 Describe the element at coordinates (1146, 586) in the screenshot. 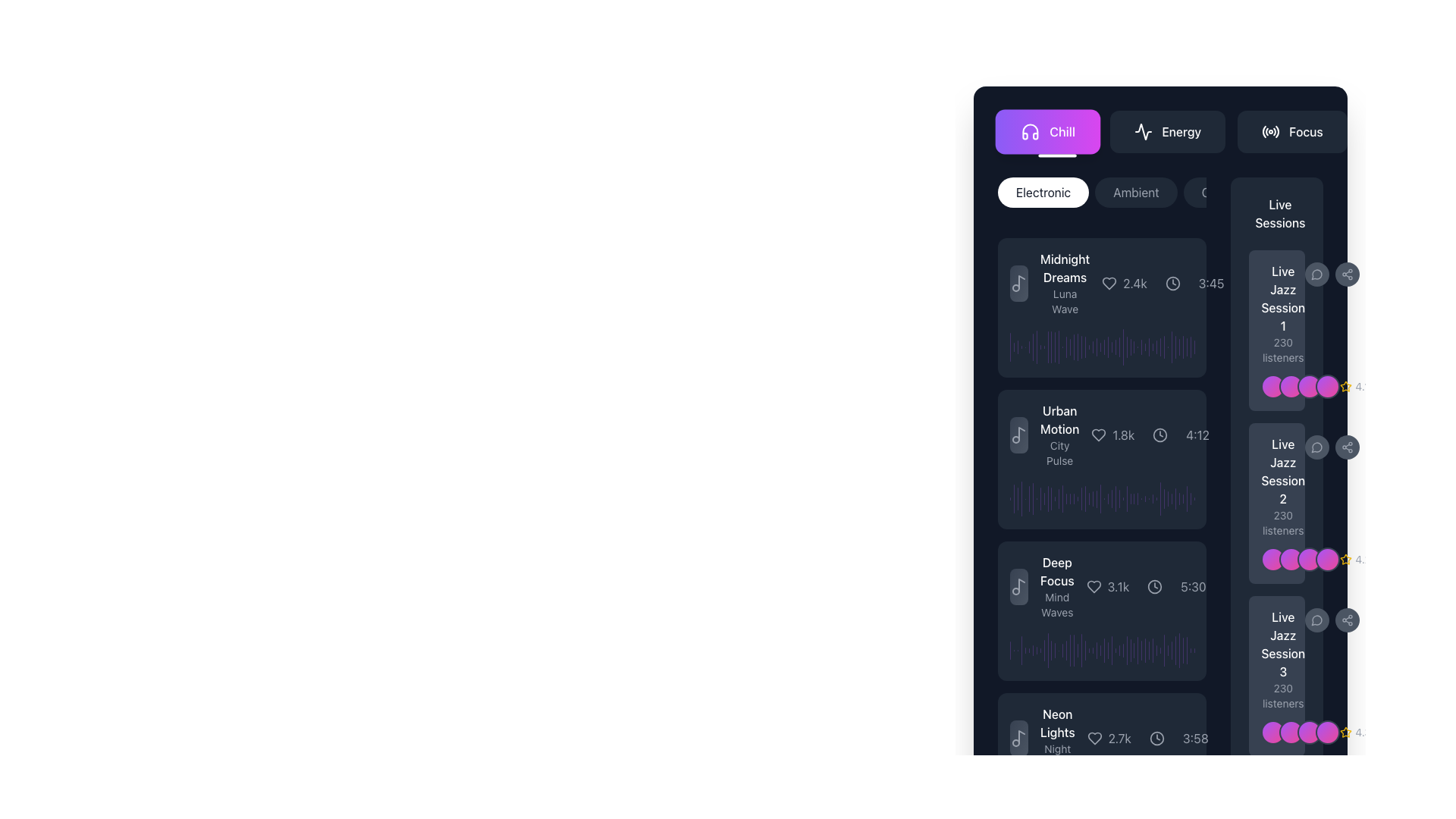

I see `the like count, represented by the heart icon followed by '3.1k', in the Information display component located below the song title 'Deep Focus' and to the right of the song waveform visualization` at that location.